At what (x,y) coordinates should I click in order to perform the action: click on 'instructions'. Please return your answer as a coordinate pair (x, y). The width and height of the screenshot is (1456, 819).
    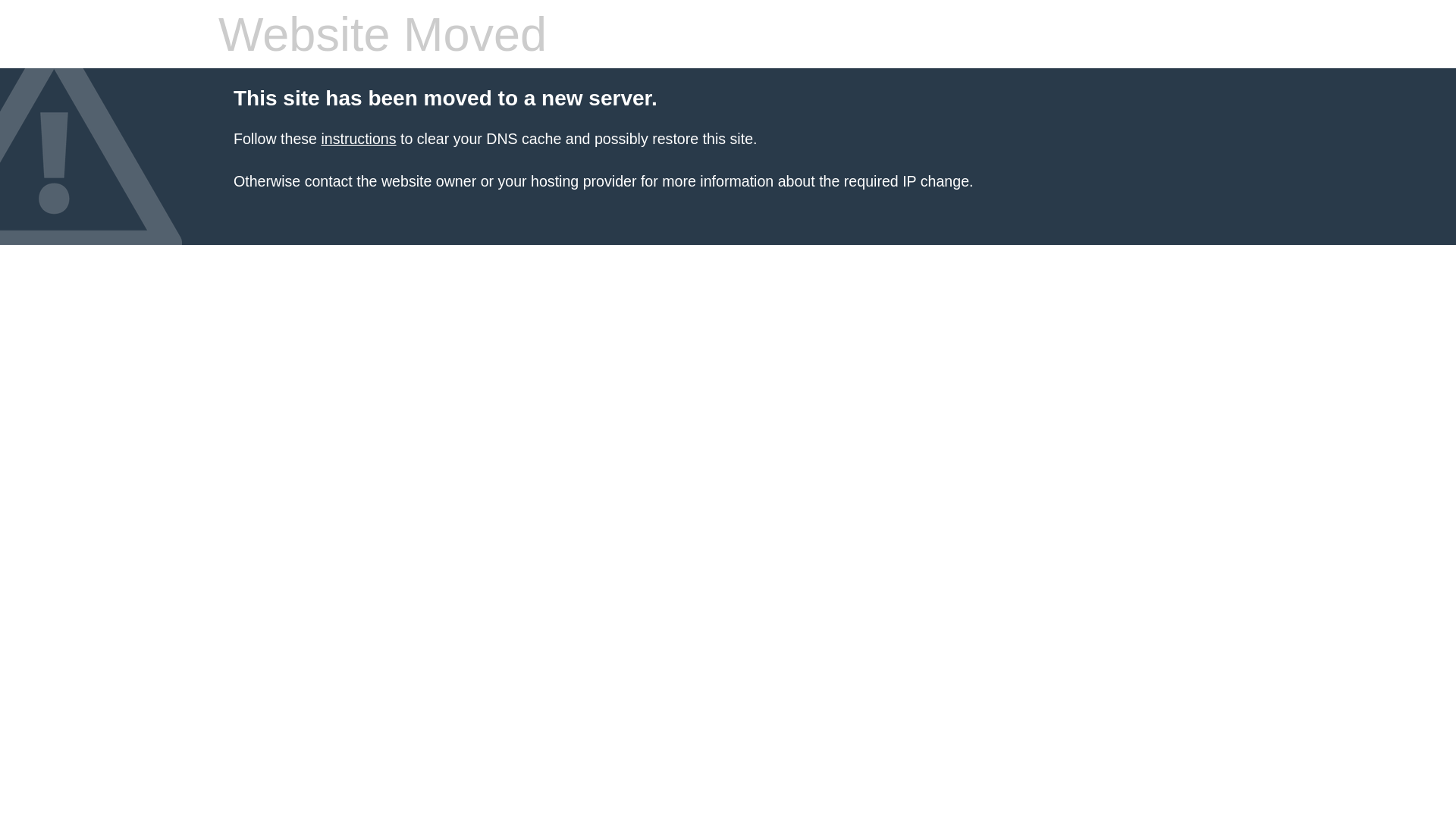
    Looking at the image, I should click on (319, 138).